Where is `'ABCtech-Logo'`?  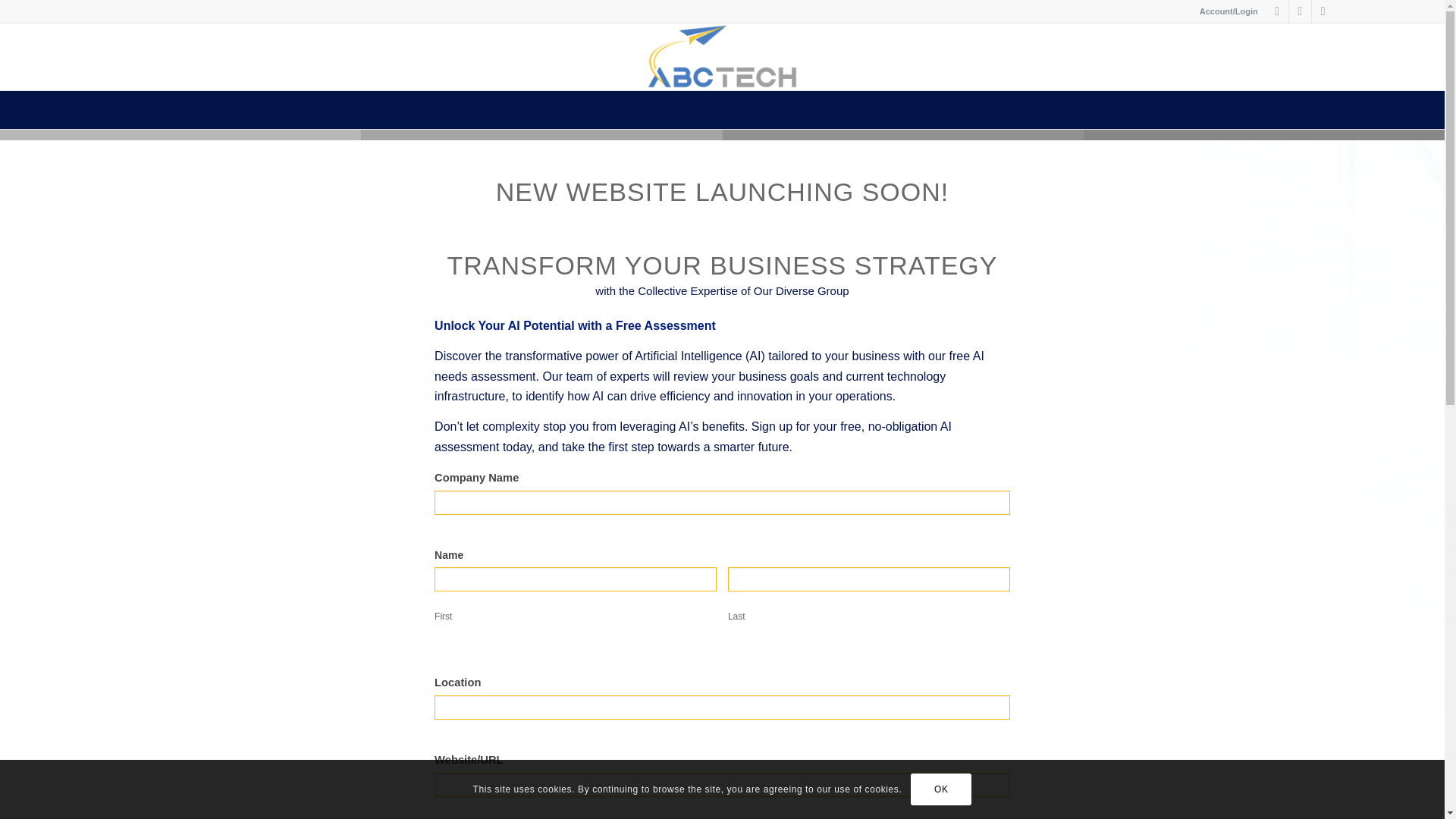
'ABCtech-Logo' is located at coordinates (722, 55).